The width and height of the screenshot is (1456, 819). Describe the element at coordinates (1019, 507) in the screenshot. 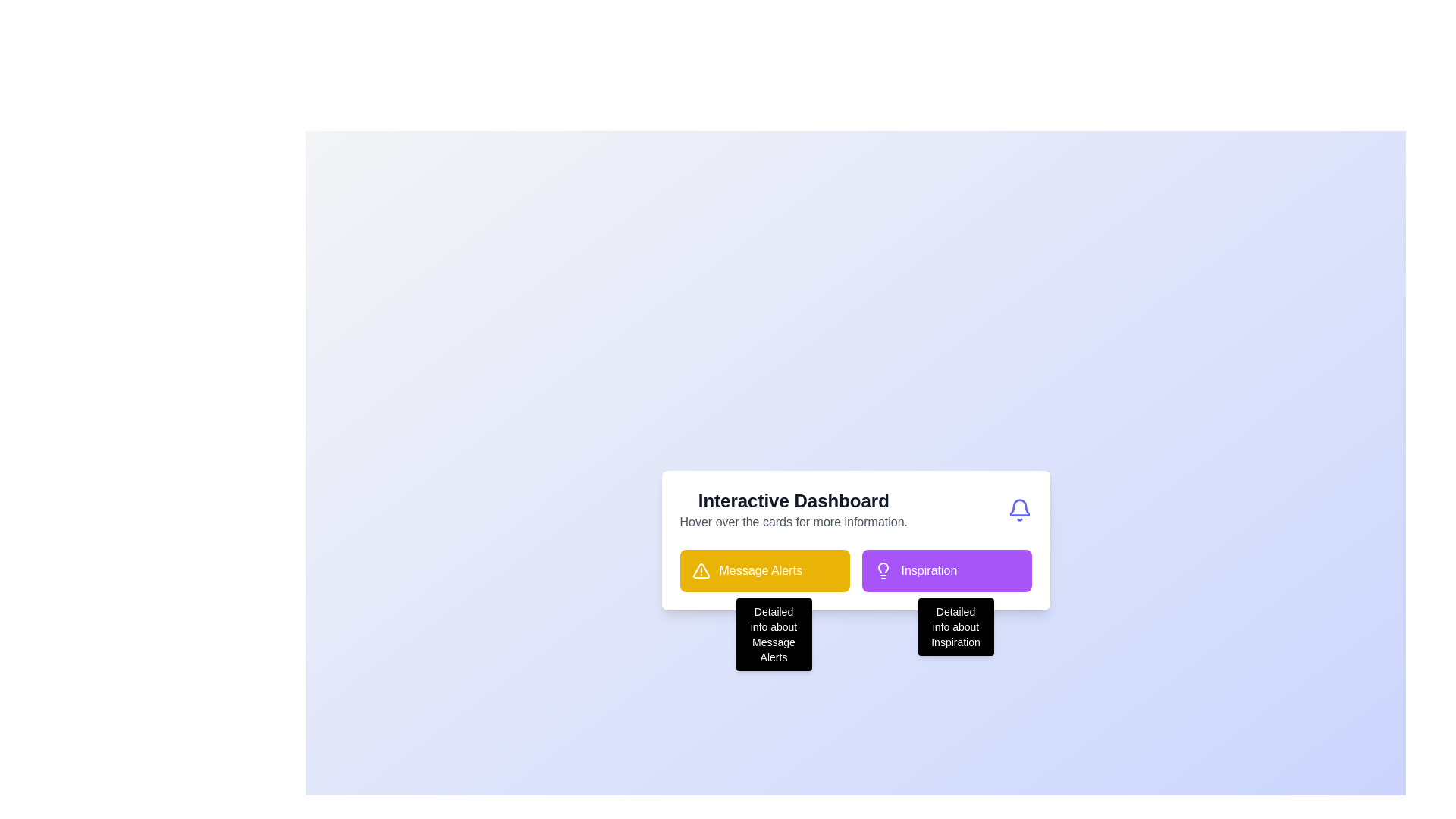

I see `the upper portion of the bell icon, which is part of an SVG illustration and represents the inner detailing of the bell shape` at that location.